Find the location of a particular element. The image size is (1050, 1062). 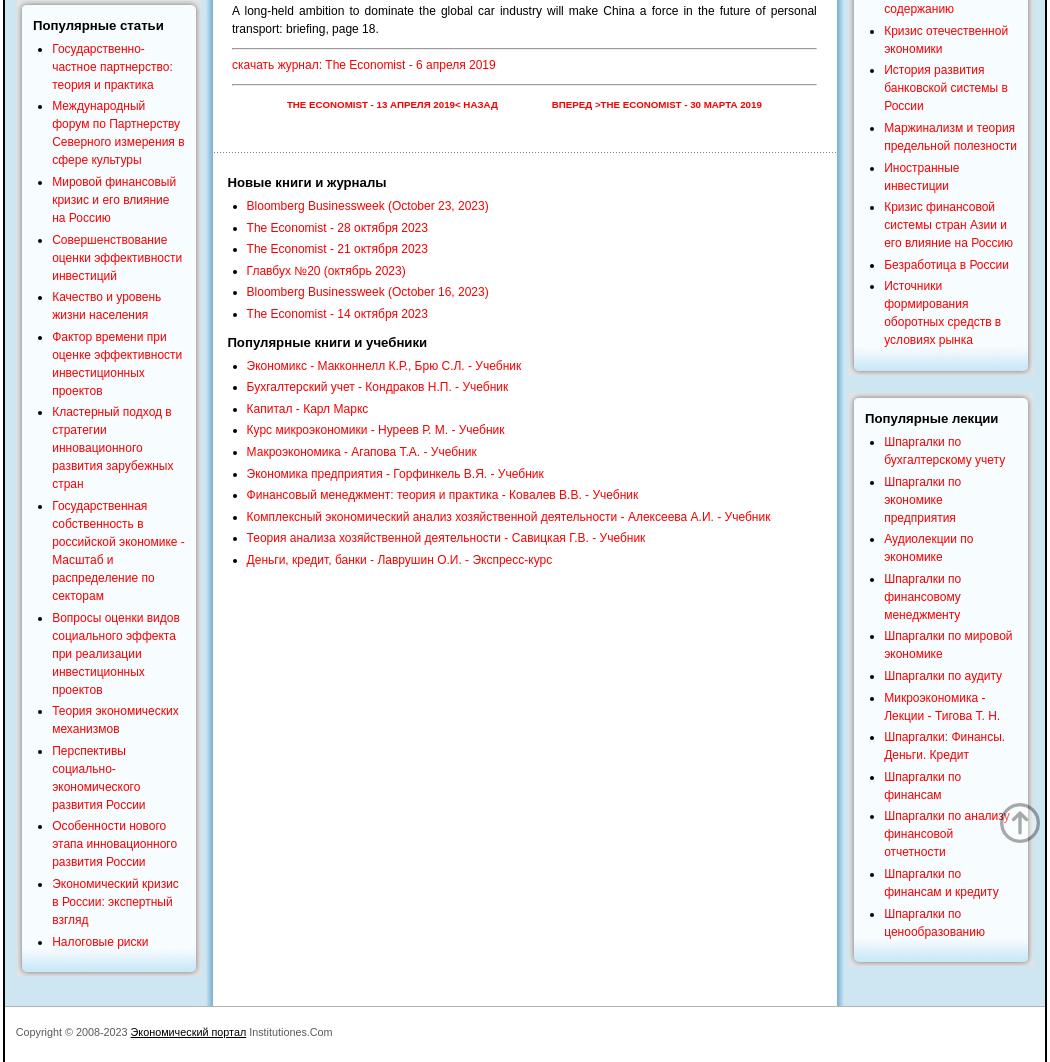

'Экономика предприятия - Горфинкель В.Я. - Учебник' is located at coordinates (394, 472).